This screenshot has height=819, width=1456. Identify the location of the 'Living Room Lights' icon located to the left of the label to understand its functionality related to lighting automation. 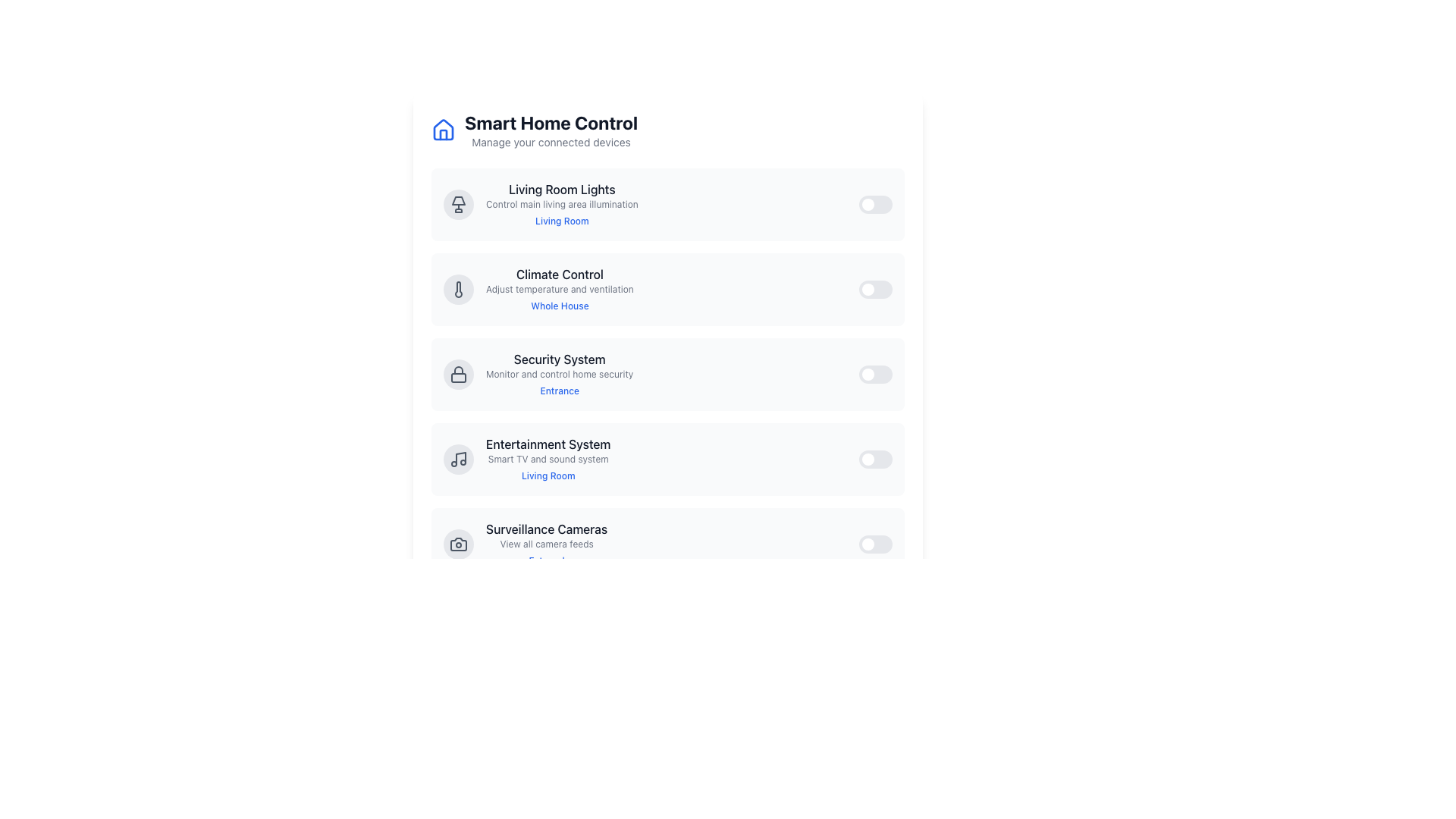
(457, 205).